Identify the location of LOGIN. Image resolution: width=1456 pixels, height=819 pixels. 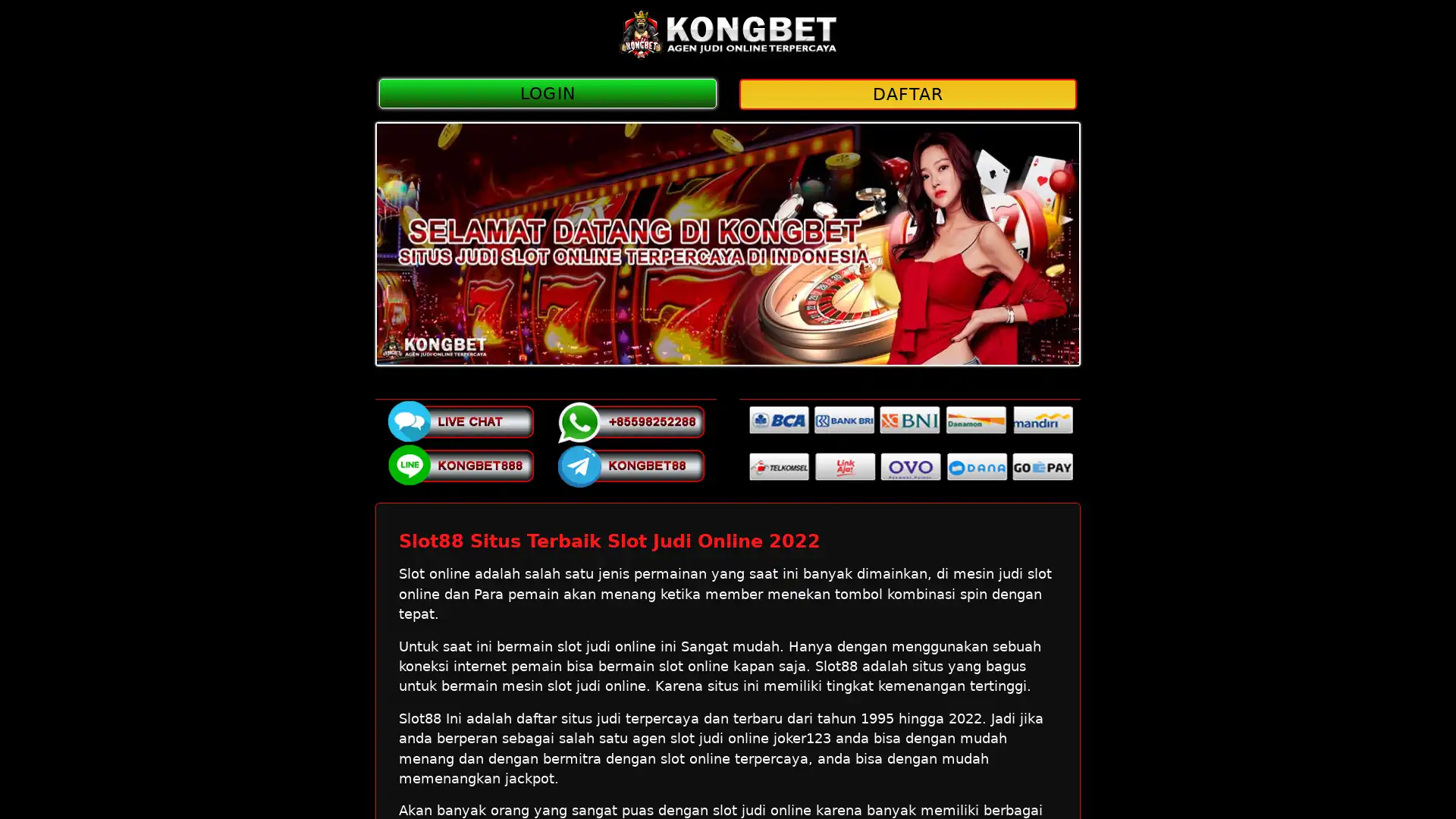
(547, 93).